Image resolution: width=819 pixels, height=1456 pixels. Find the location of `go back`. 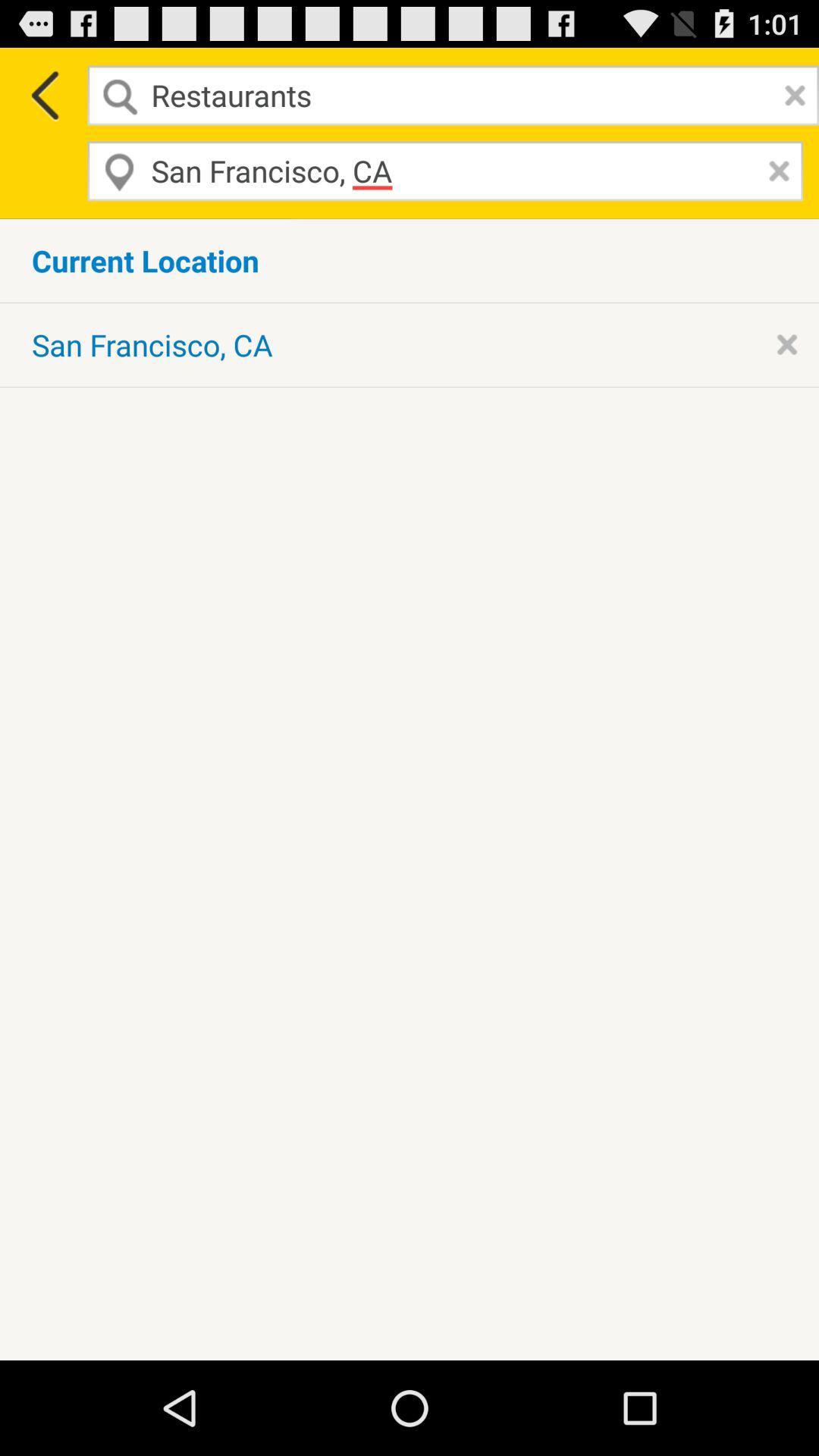

go back is located at coordinates (42, 94).